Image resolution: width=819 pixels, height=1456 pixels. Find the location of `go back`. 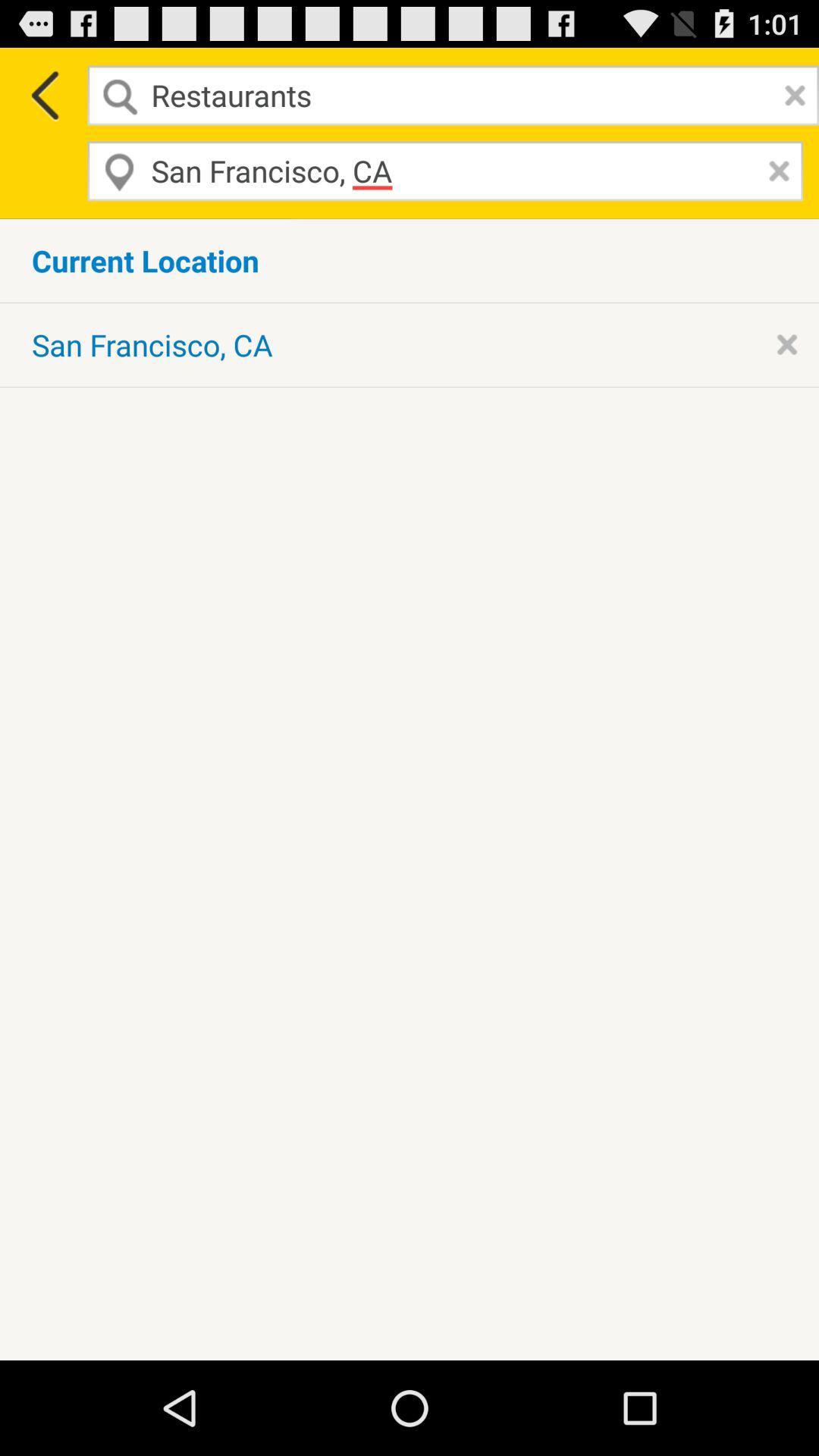

go back is located at coordinates (42, 94).